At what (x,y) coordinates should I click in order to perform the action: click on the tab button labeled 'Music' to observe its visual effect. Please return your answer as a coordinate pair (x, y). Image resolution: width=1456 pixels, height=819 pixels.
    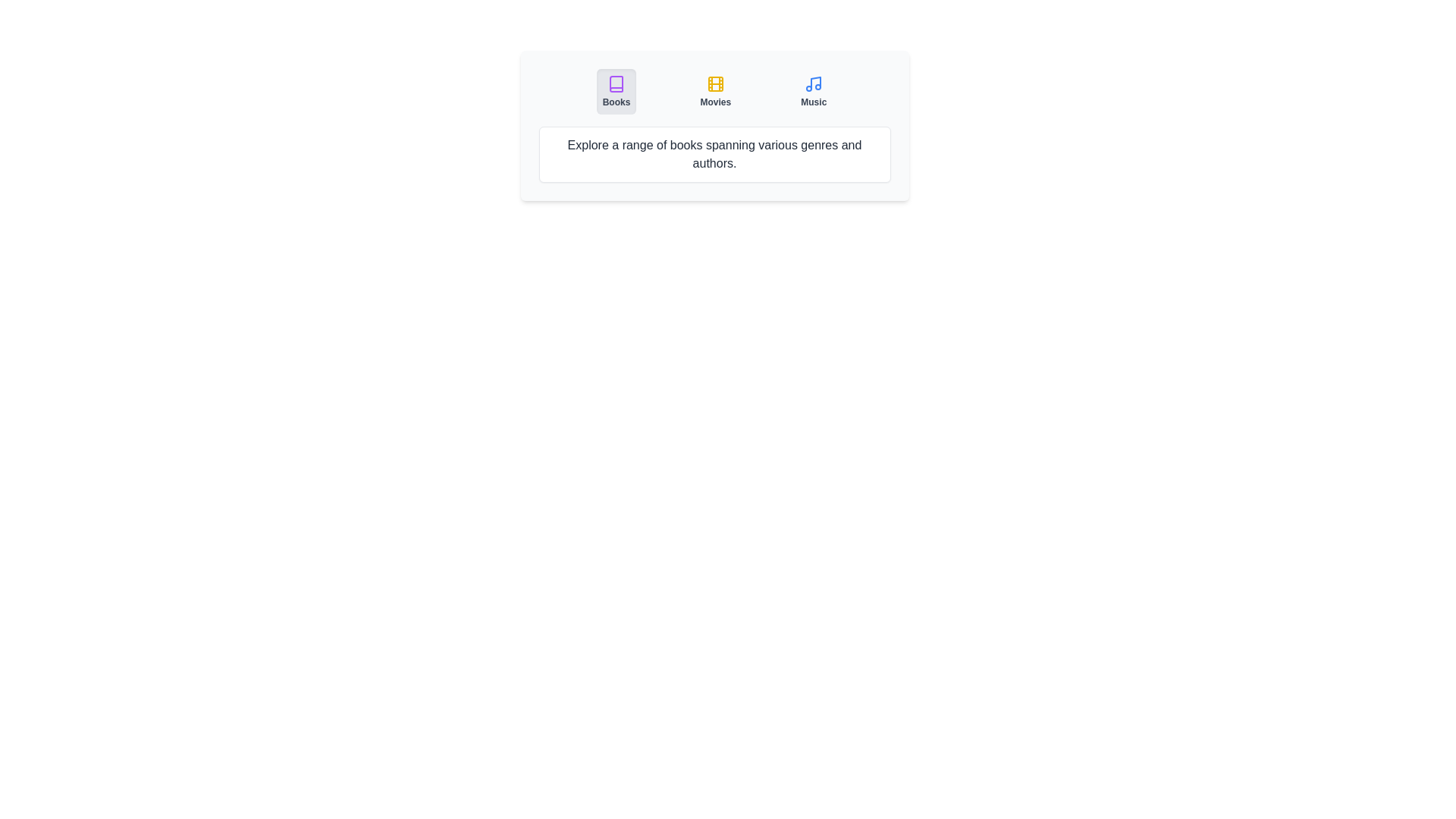
    Looking at the image, I should click on (813, 91).